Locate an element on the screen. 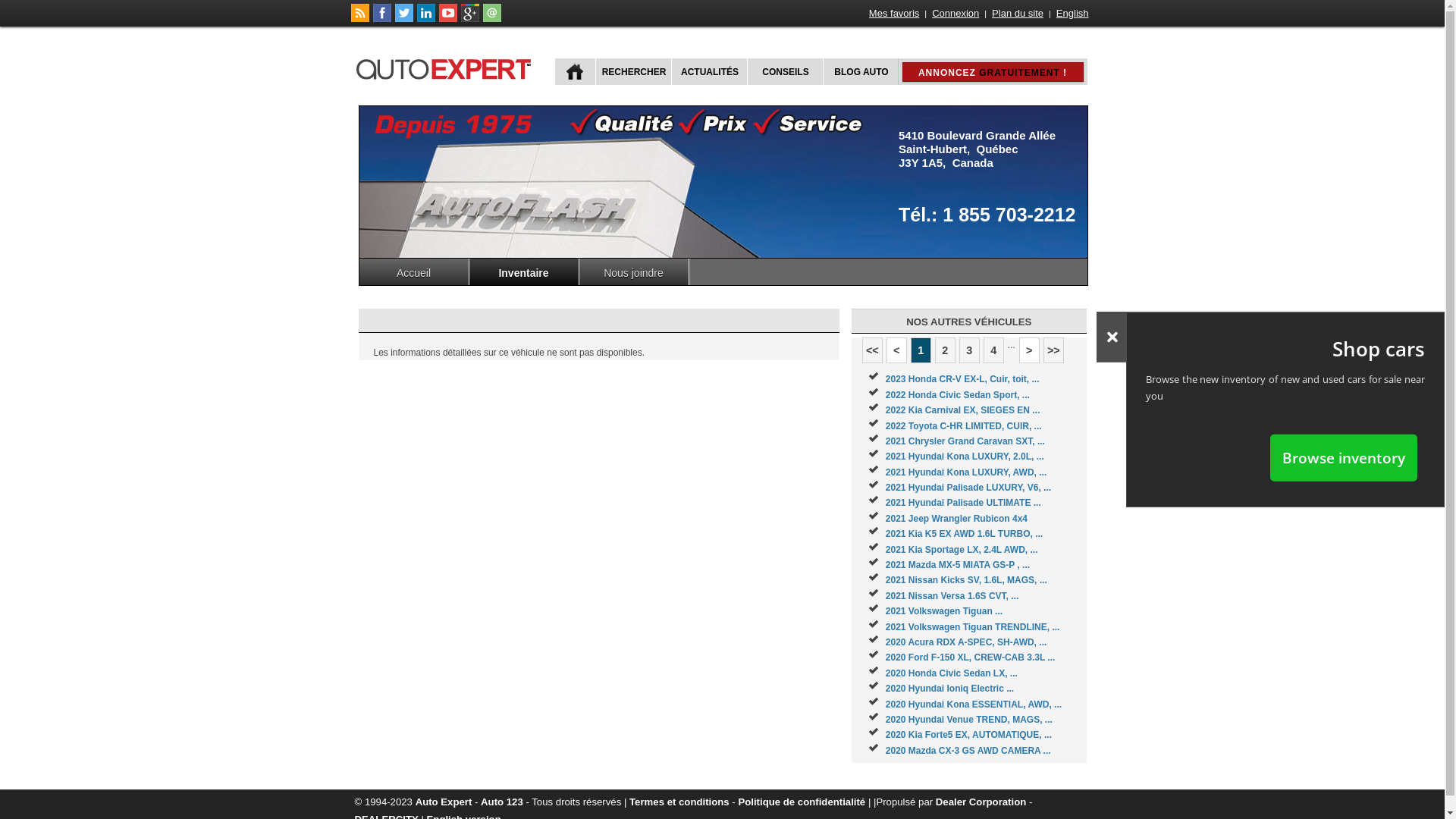 Image resolution: width=1456 pixels, height=819 pixels. 'ACCUEIL' is located at coordinates (574, 71).